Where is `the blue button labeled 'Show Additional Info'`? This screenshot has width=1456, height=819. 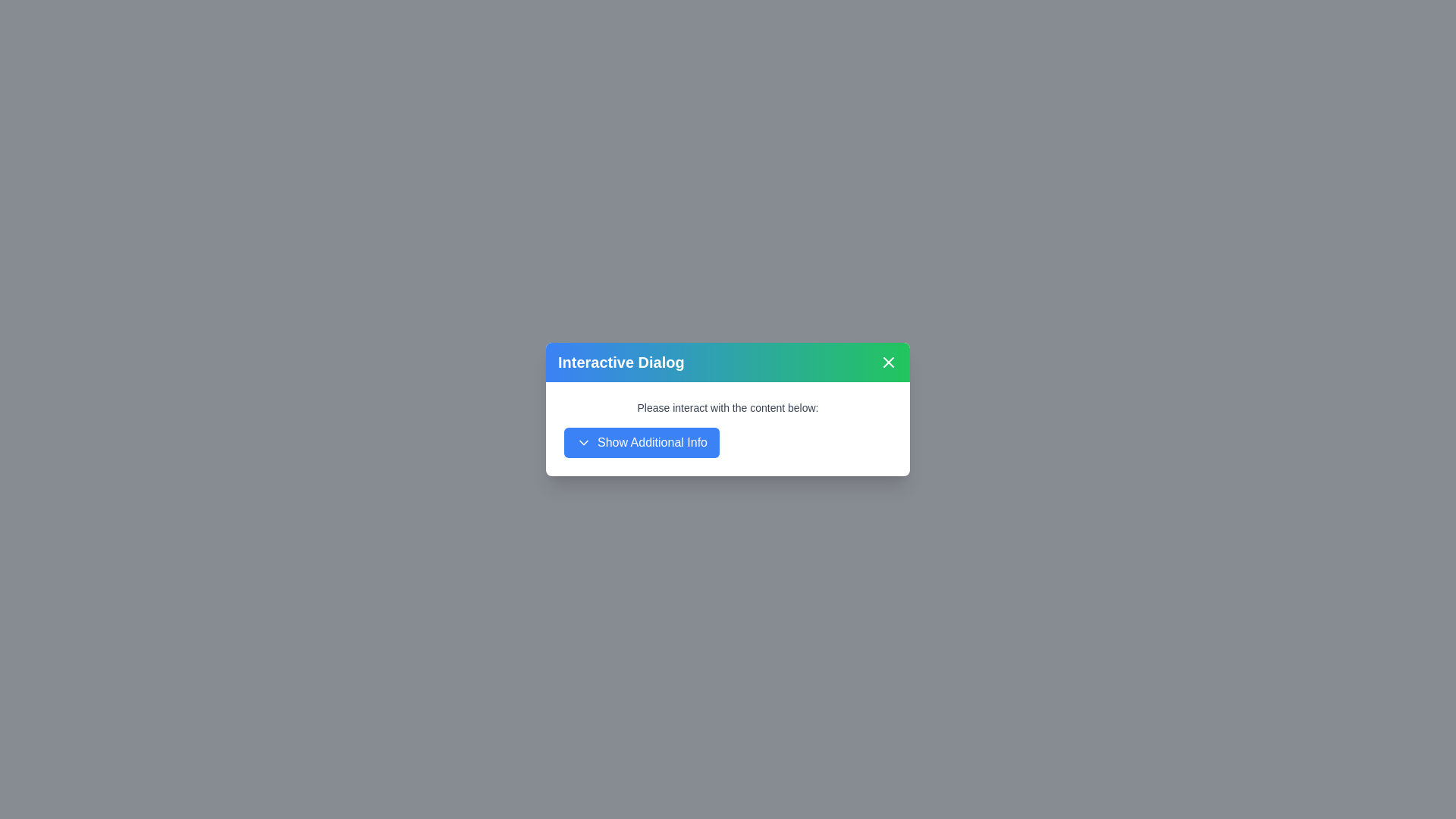
the blue button labeled 'Show Additional Info' is located at coordinates (642, 442).